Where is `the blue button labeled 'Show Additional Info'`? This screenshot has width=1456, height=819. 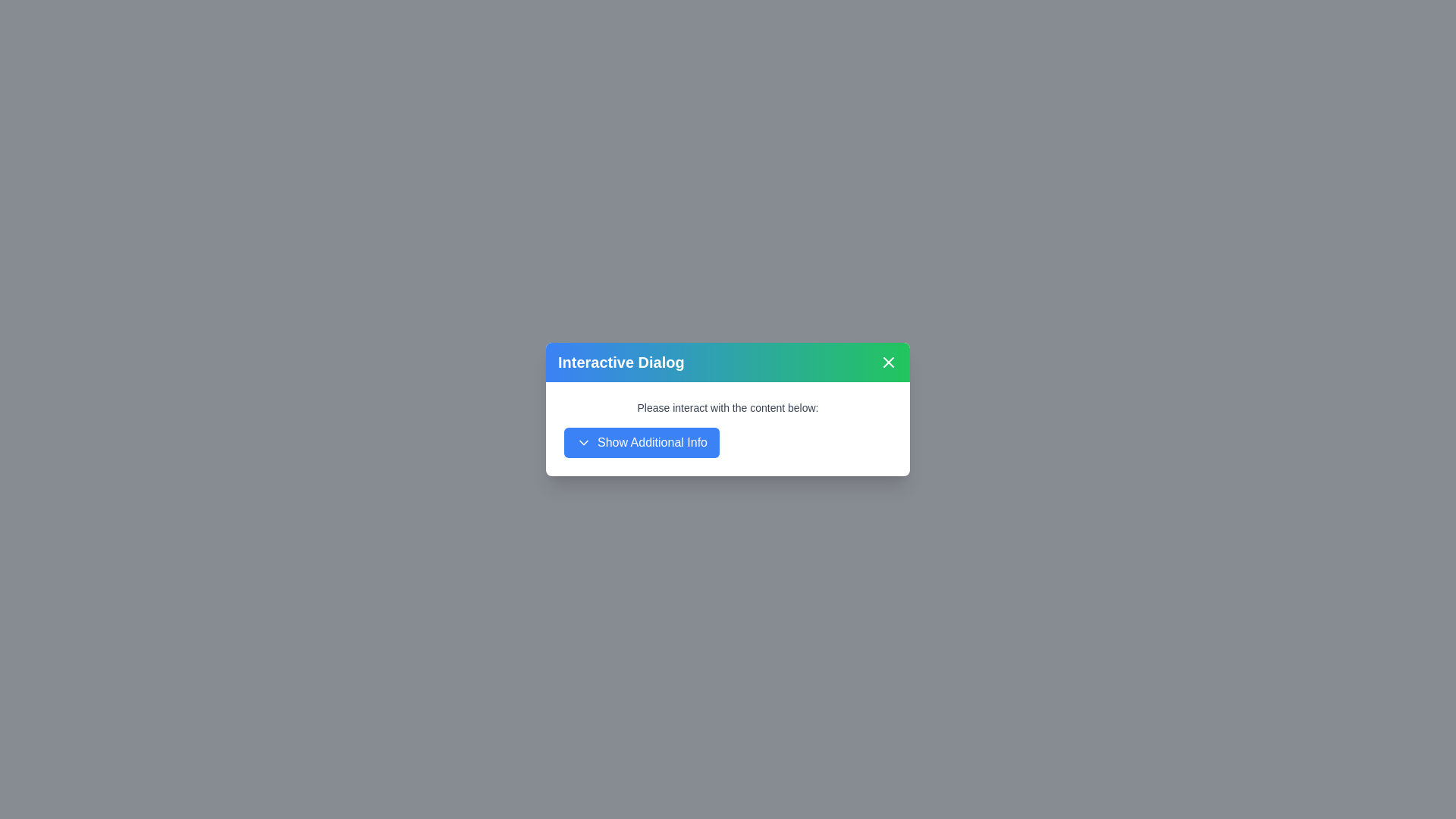
the blue button labeled 'Show Additional Info' is located at coordinates (642, 442).